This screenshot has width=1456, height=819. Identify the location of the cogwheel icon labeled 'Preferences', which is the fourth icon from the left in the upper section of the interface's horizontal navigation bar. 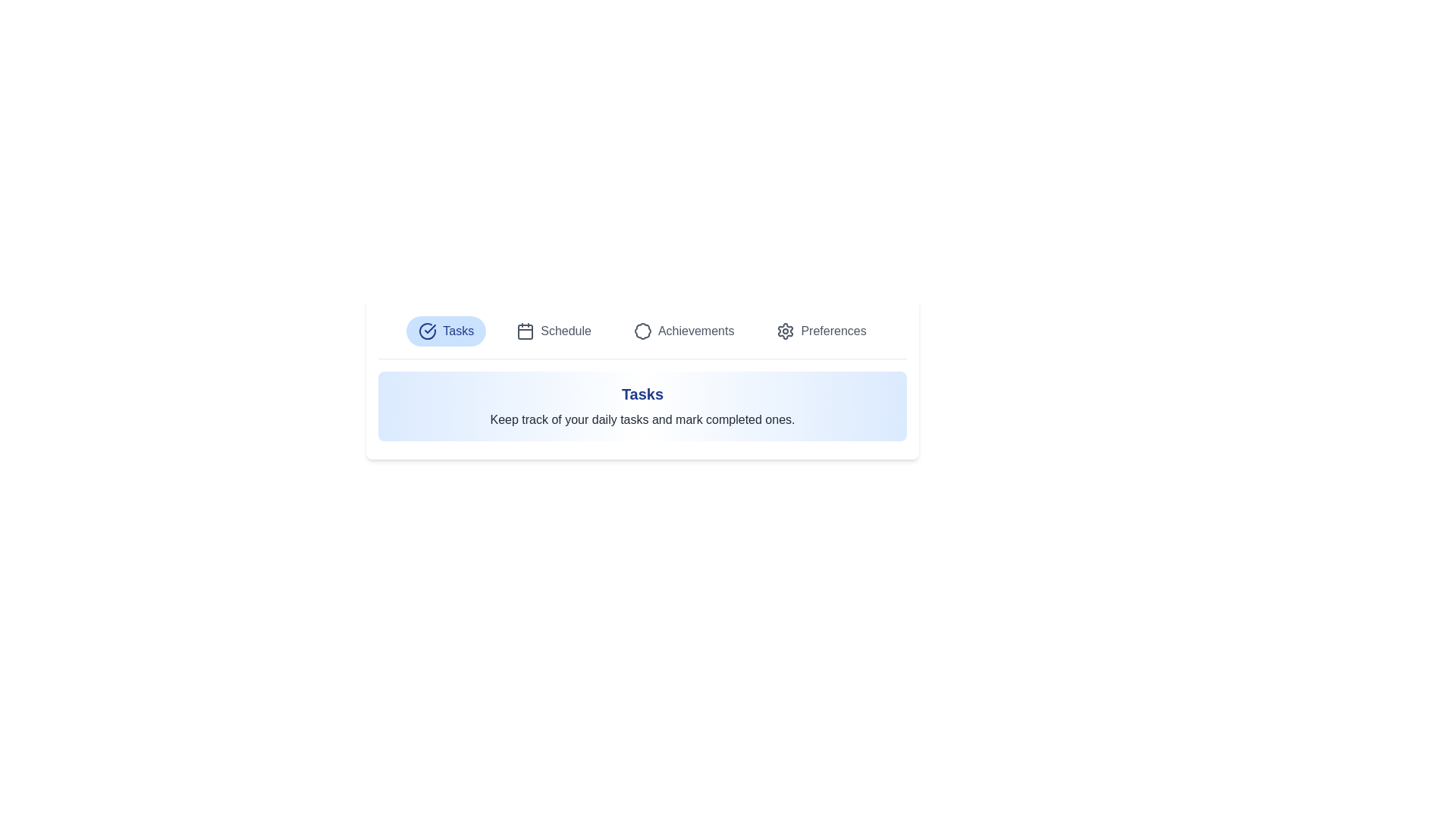
(786, 330).